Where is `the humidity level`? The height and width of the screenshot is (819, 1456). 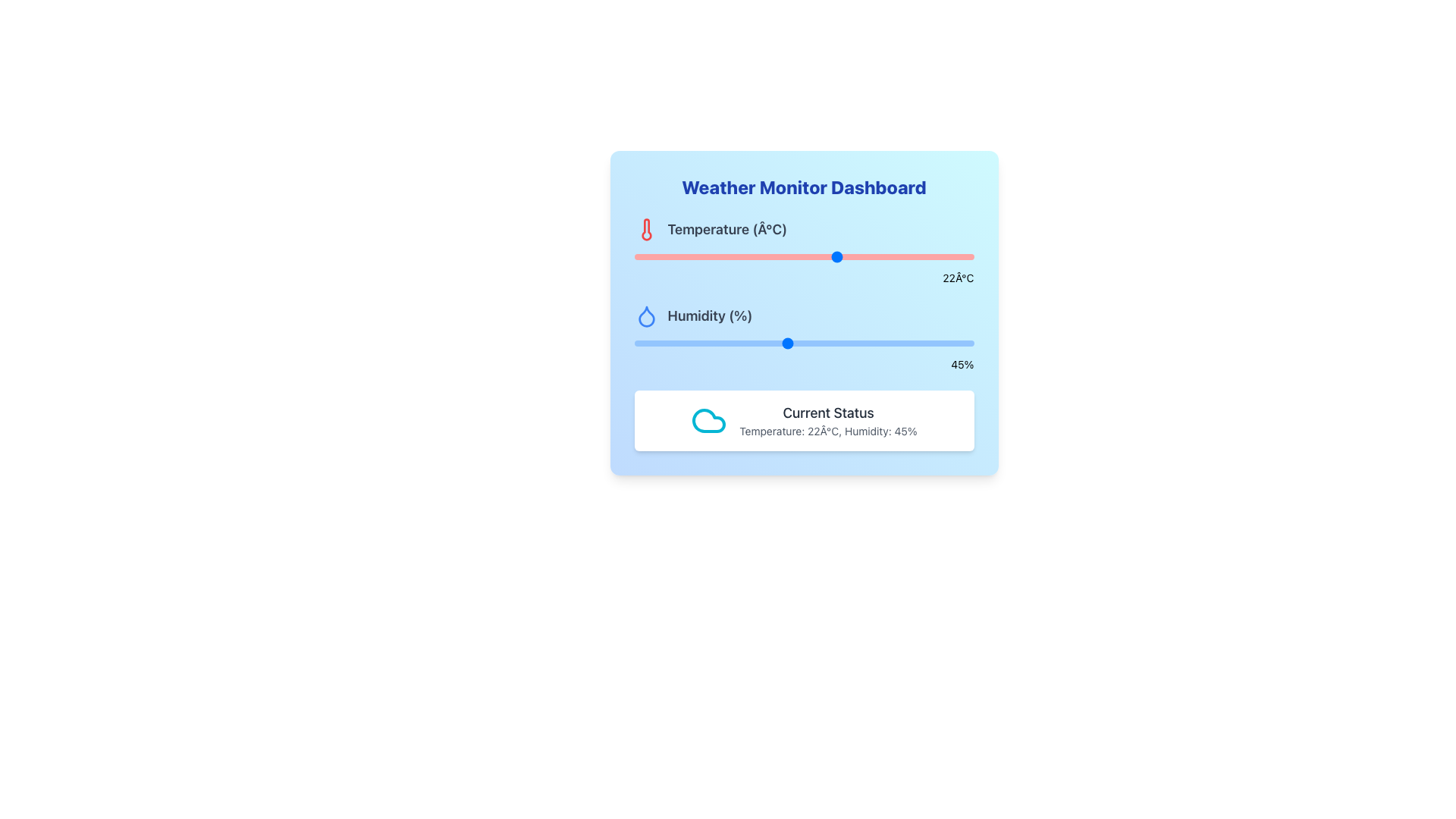
the humidity level is located at coordinates (787, 343).